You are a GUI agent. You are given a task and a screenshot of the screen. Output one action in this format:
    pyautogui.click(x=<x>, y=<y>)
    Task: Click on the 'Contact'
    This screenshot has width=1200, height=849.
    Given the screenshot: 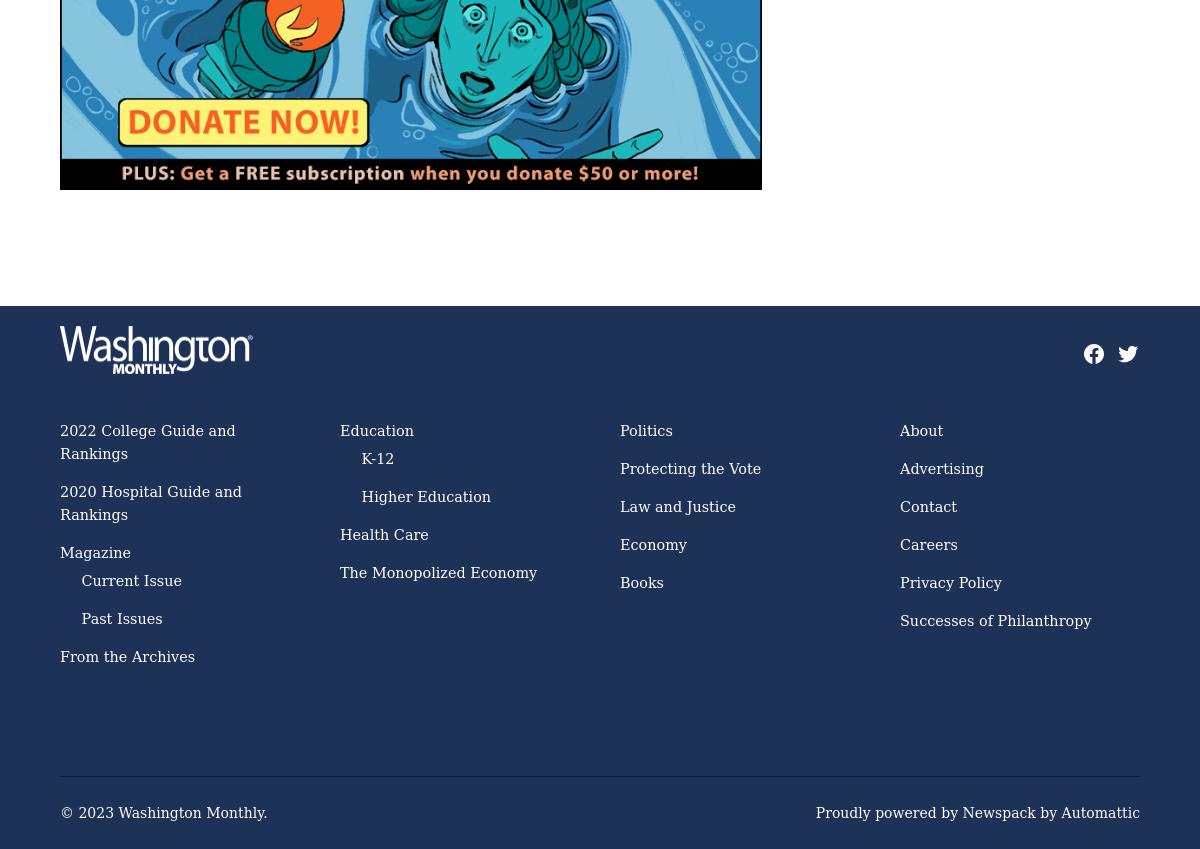 What is the action you would take?
    pyautogui.click(x=928, y=506)
    